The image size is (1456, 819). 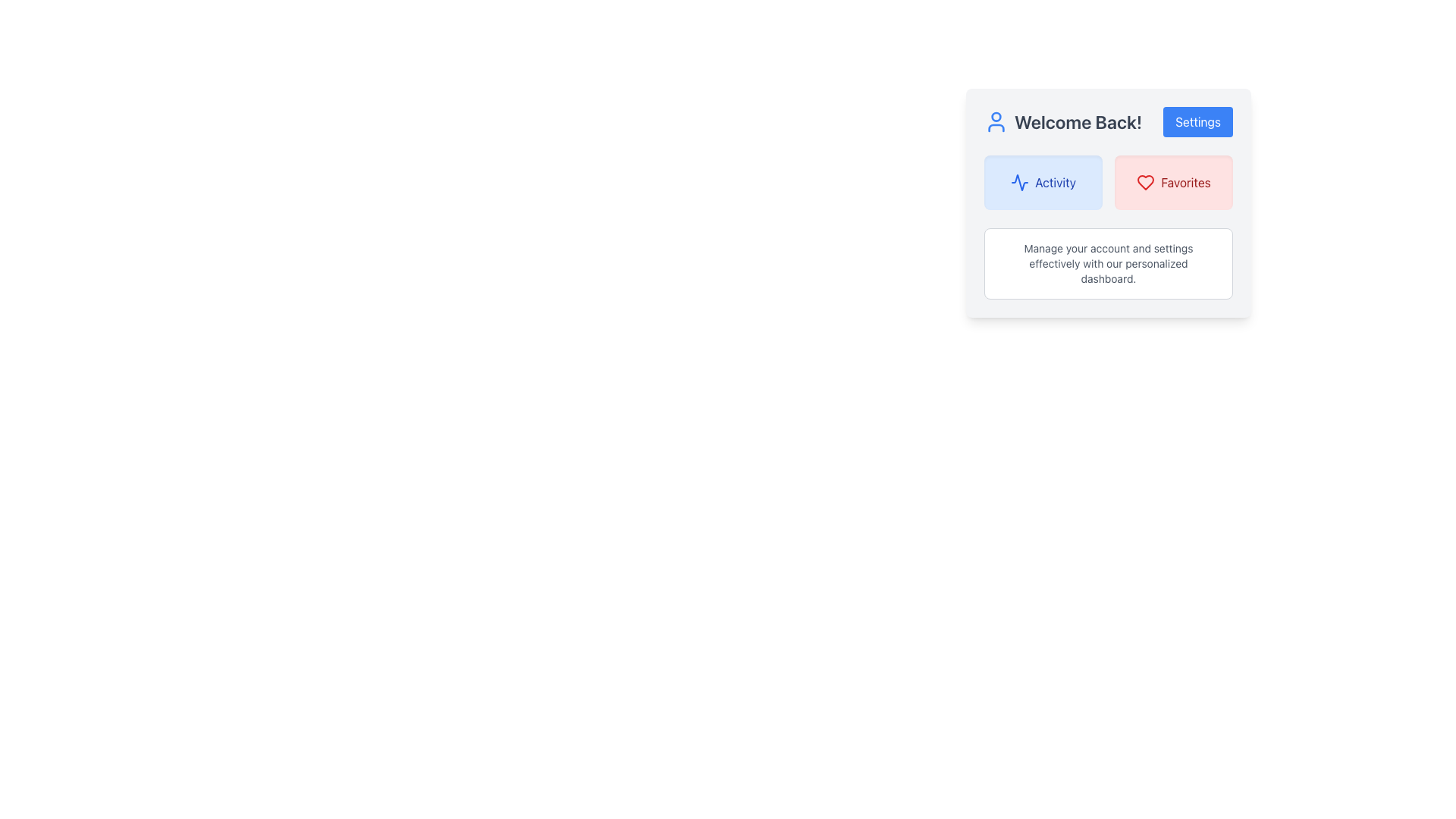 I want to click on the text box that contains the message 'Manage your account and settings effectively with our personalized dashboard.' which has a white background and gray border, so click(x=1109, y=262).